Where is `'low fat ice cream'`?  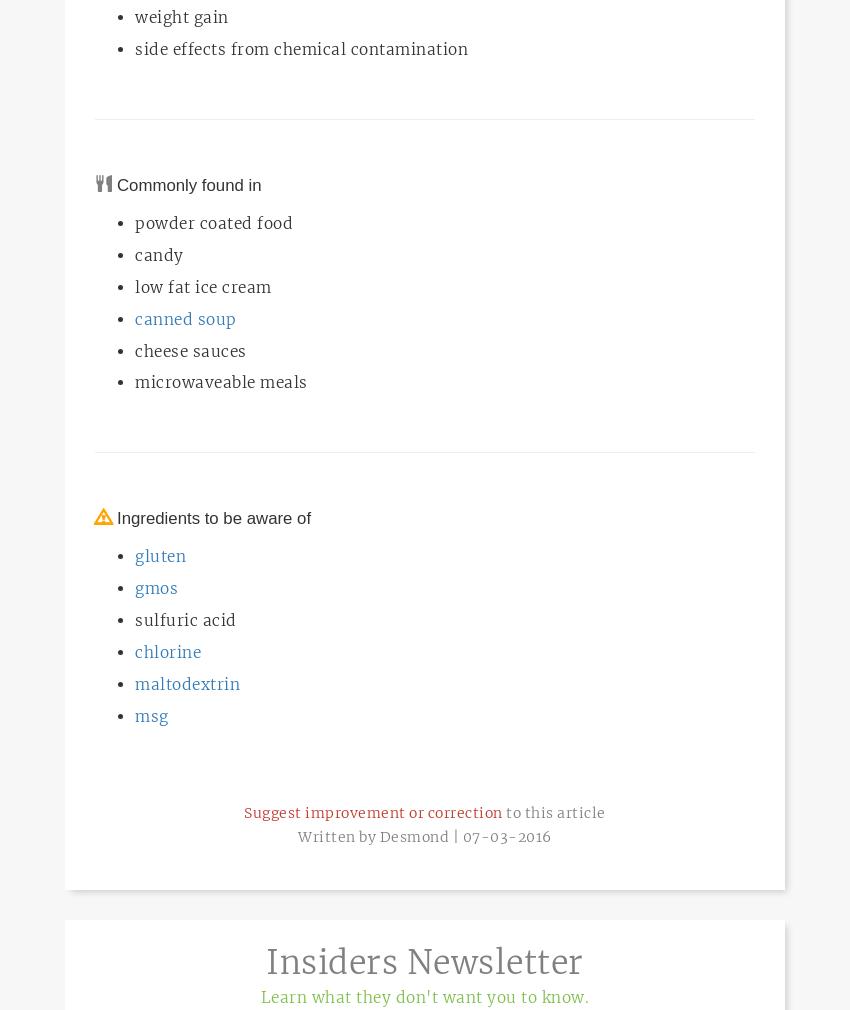 'low fat ice cream' is located at coordinates (201, 286).